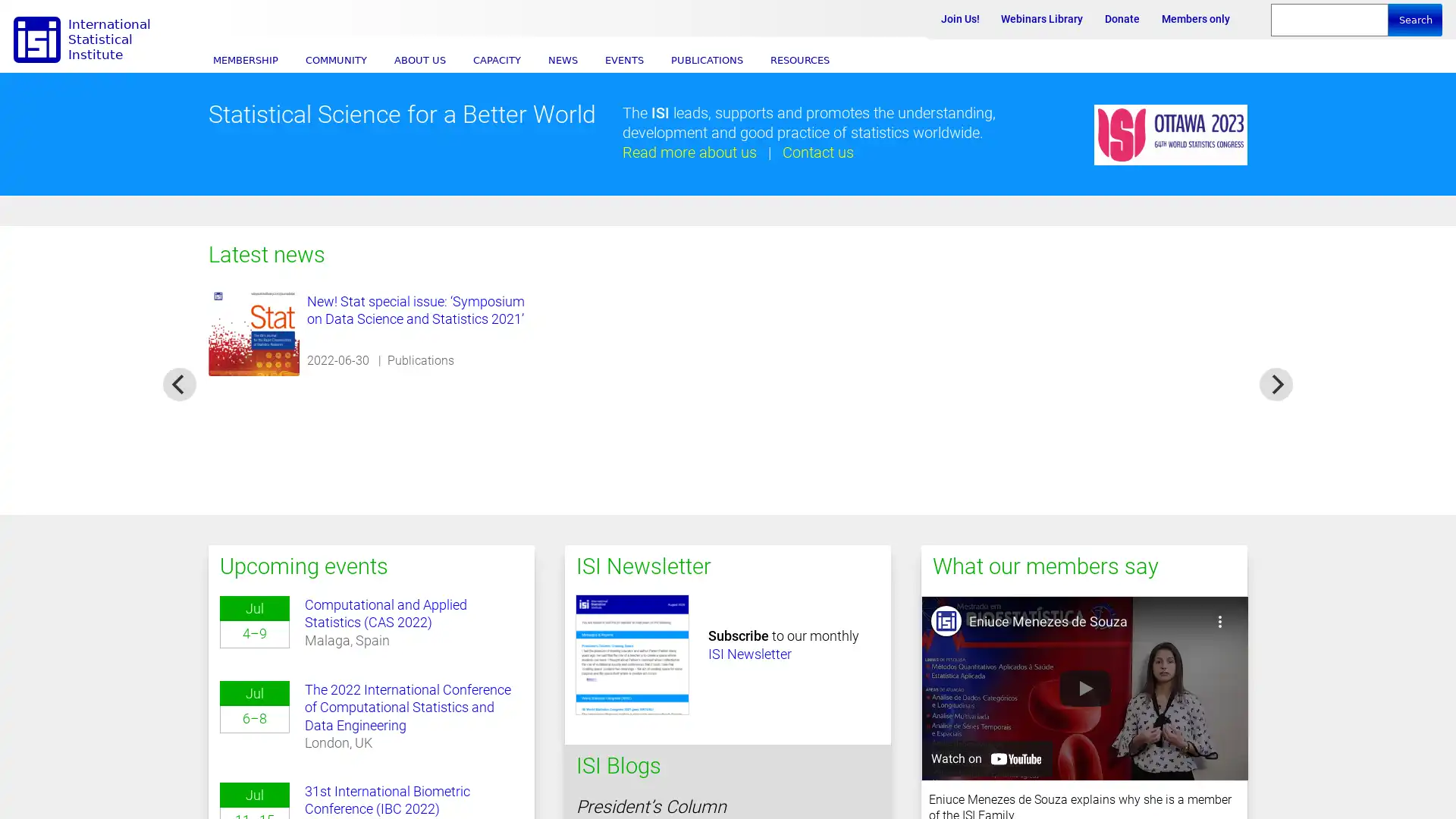 This screenshot has width=1456, height=819. What do you see at coordinates (1414, 20) in the screenshot?
I see `Search` at bounding box center [1414, 20].